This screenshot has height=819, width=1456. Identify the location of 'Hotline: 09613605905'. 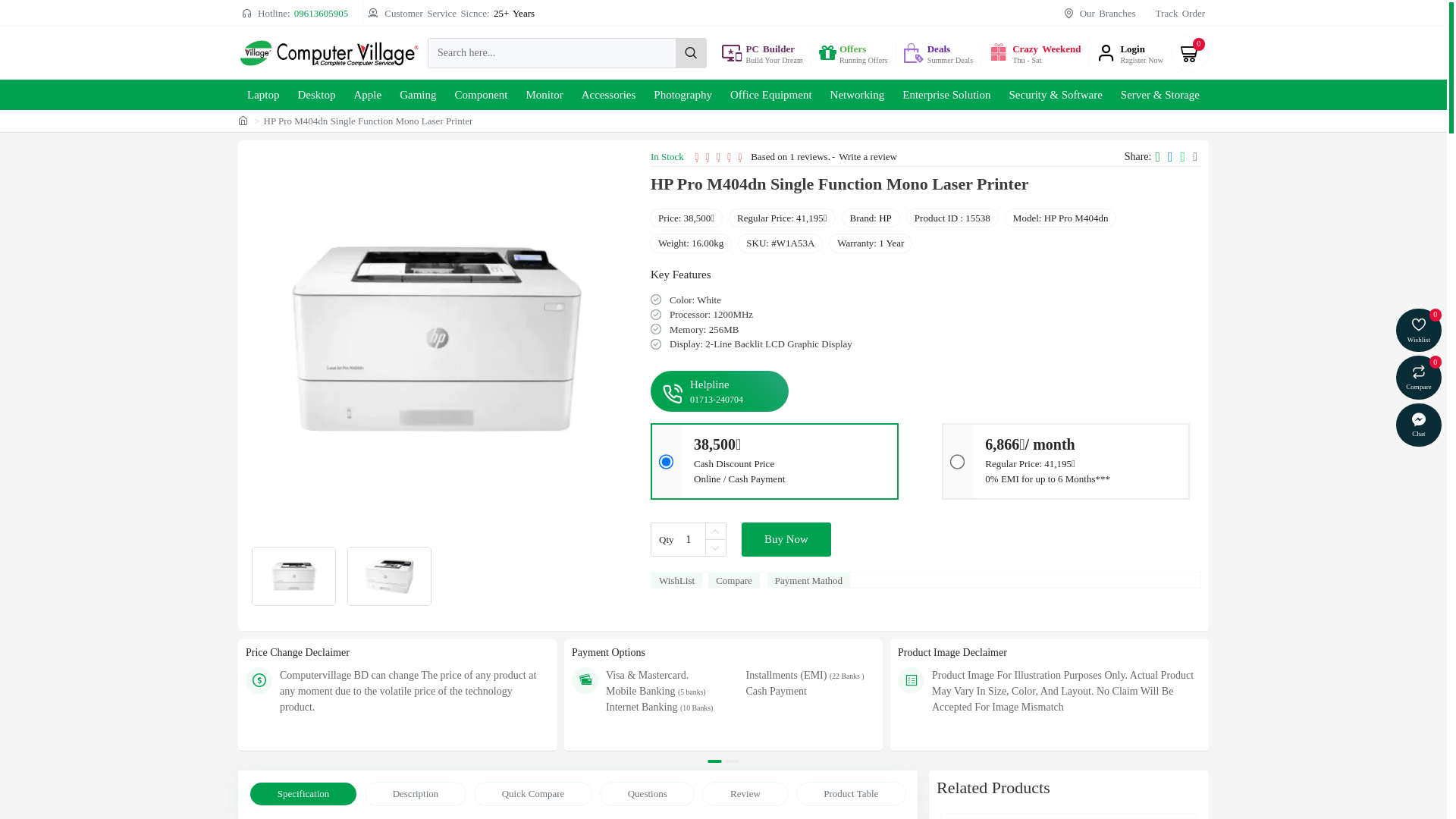
(294, 13).